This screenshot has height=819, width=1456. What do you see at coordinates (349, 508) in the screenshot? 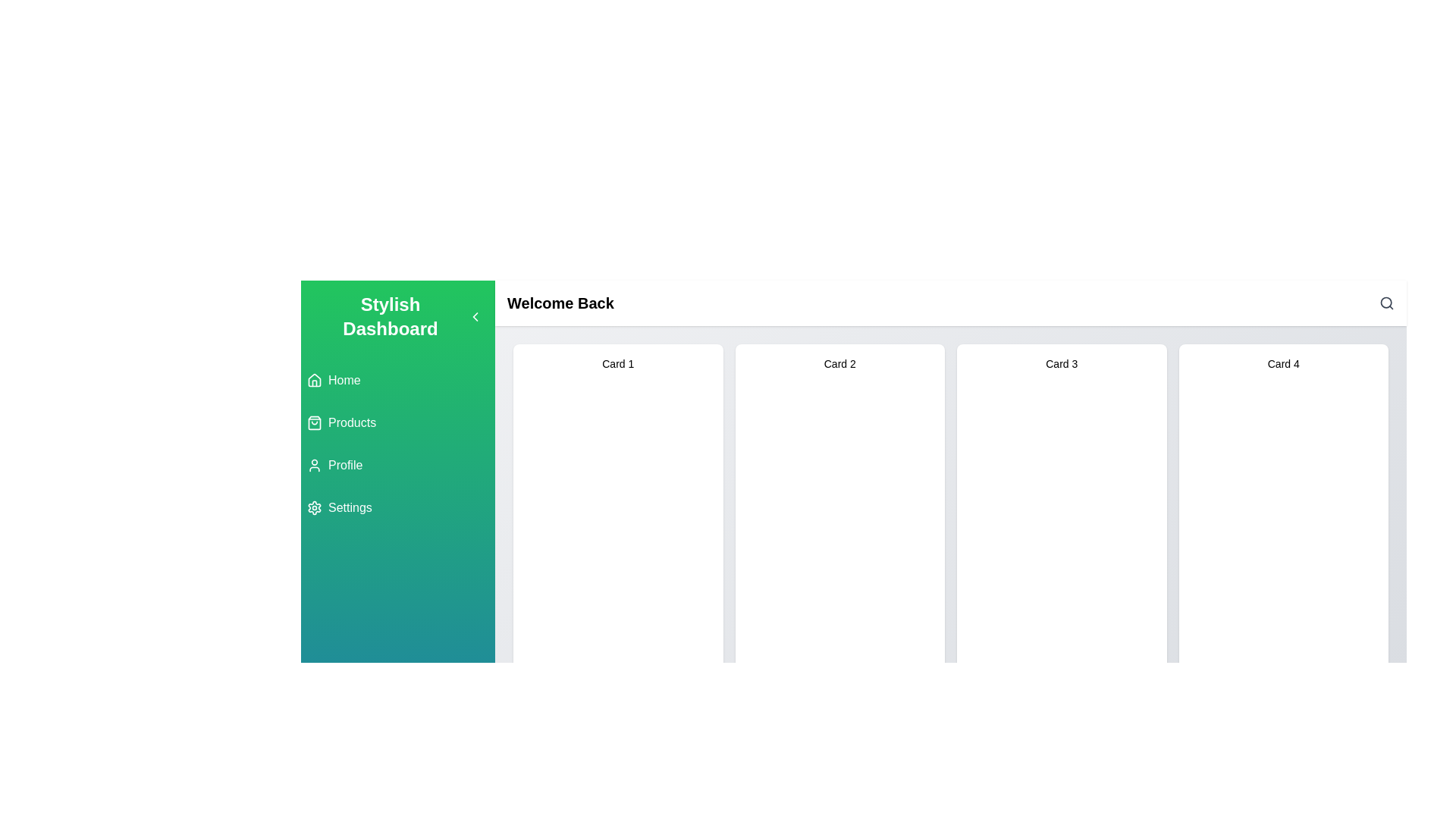
I see `the 'Settings' text label in the vertical navigation menu on the left side of the interface, which is styled with a sans-serif typeface and appears white against a green gradient background` at bounding box center [349, 508].